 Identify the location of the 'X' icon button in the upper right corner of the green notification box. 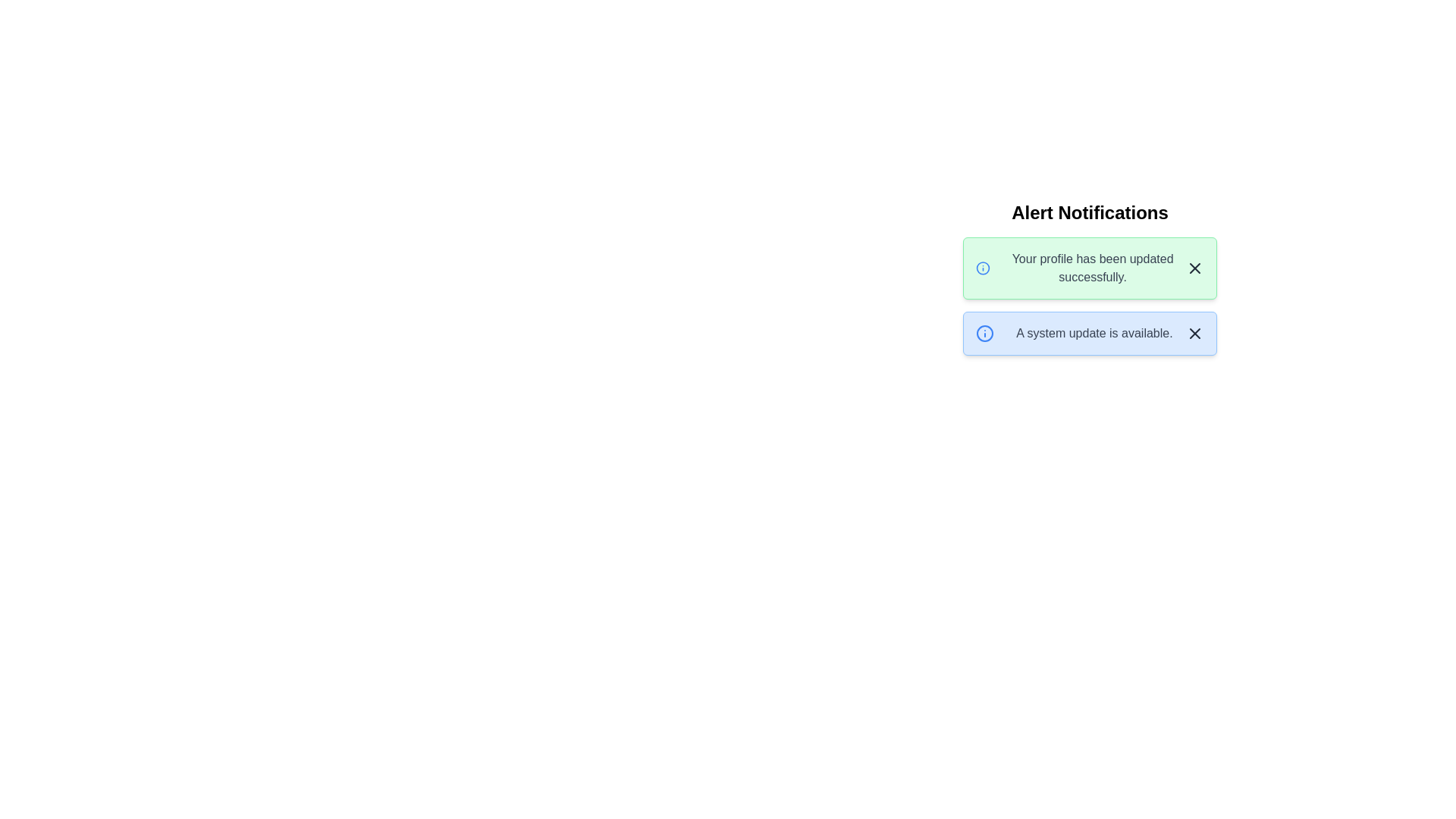
(1194, 268).